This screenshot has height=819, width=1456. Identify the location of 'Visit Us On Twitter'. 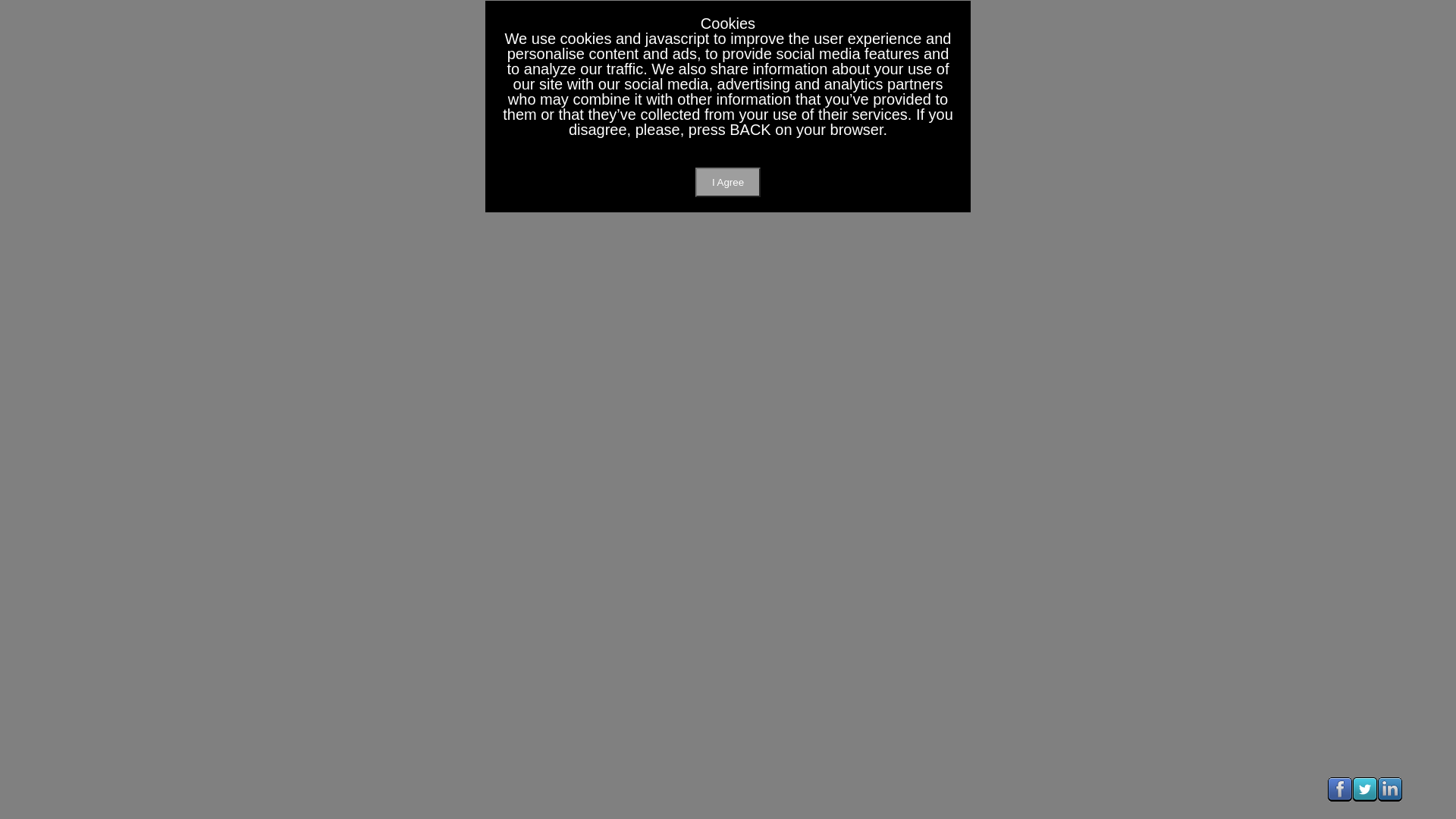
(1364, 796).